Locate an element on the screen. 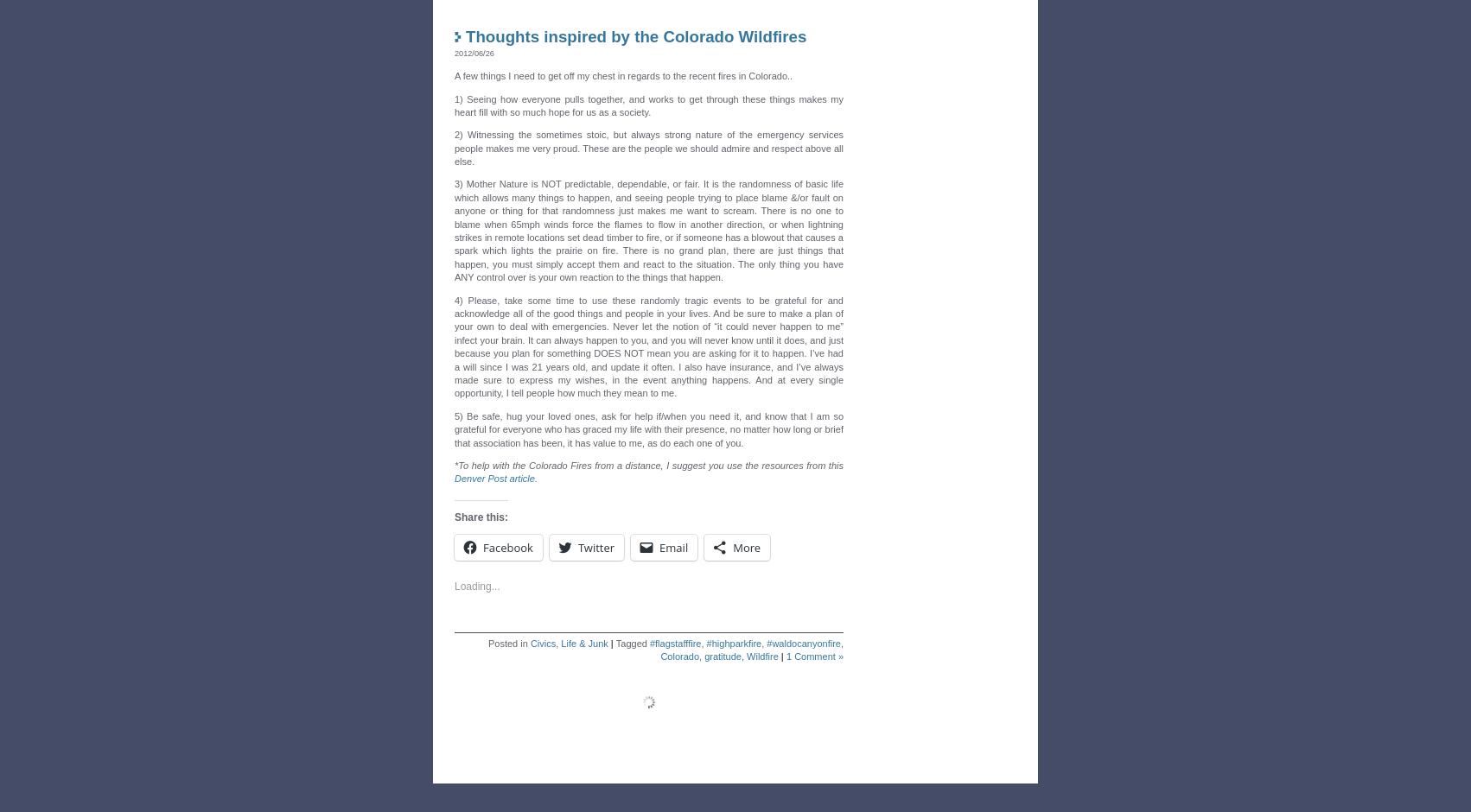 This screenshot has height=812, width=1471. 'Thoughts inspired by the Colorado Wildfires' is located at coordinates (634, 32).